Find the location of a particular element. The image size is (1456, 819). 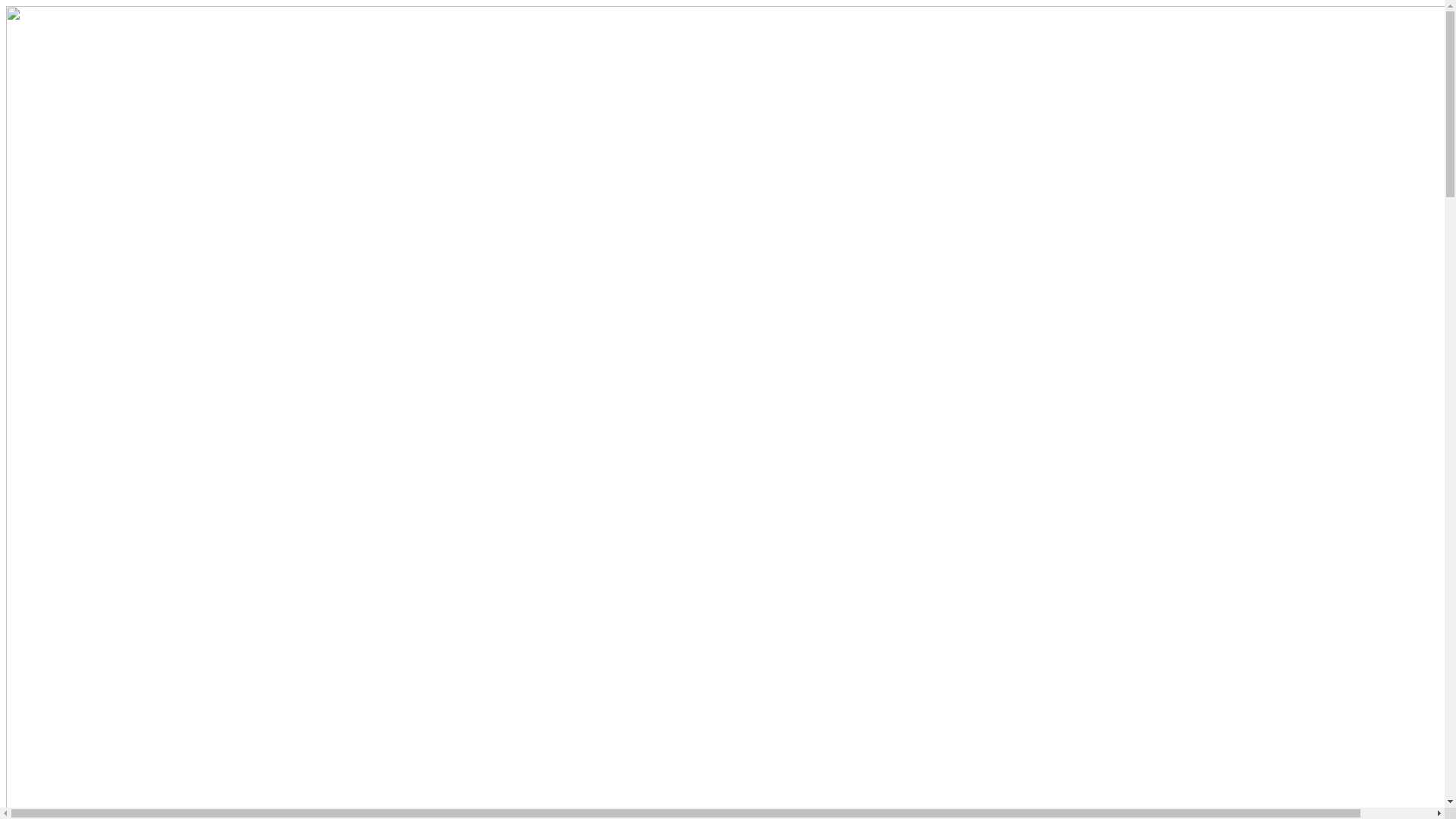

'Skip to content' is located at coordinates (5, 5).